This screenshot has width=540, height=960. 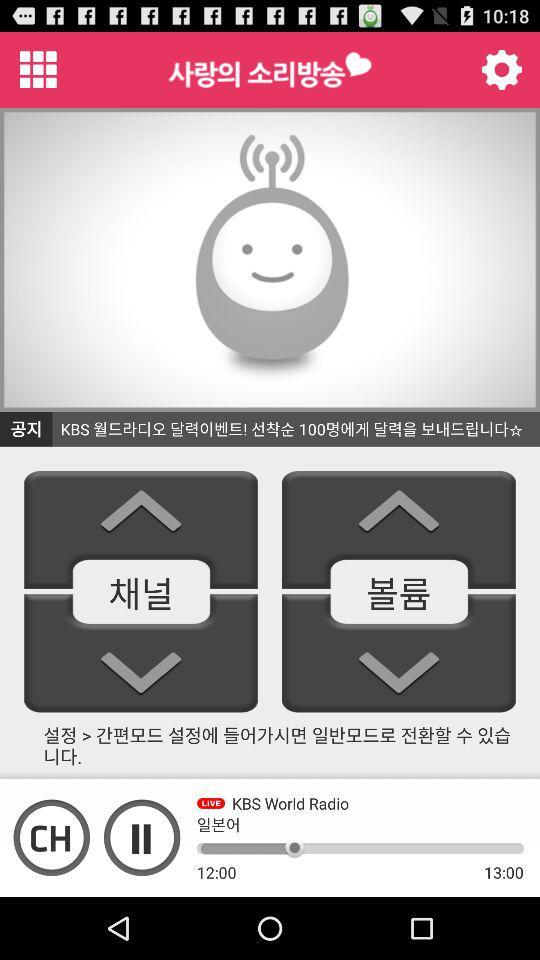 What do you see at coordinates (38, 74) in the screenshot?
I see `the dialpad icon` at bounding box center [38, 74].